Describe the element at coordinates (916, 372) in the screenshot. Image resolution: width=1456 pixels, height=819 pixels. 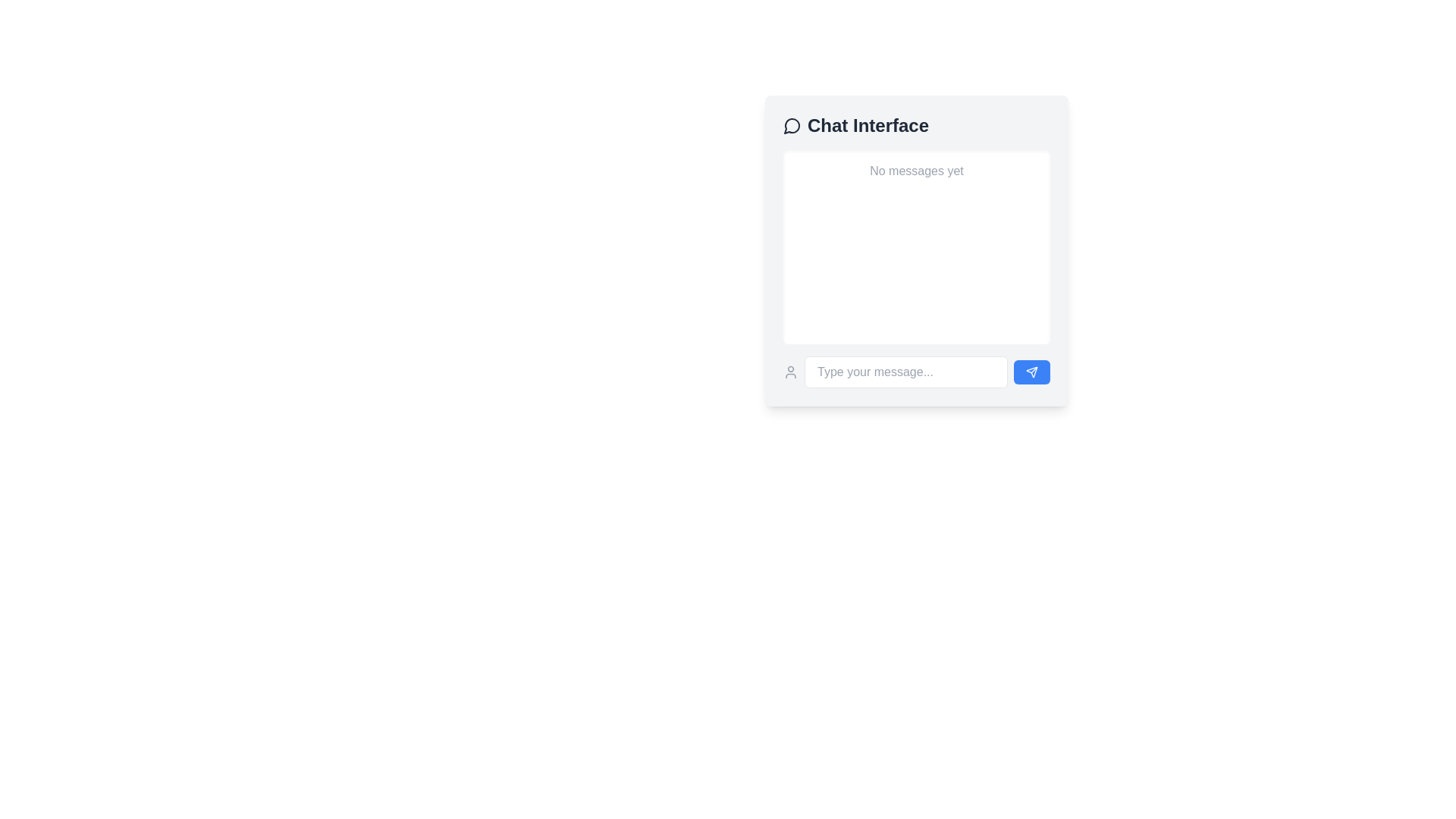
I see `the input box in the Input and Button Group at the bottom of the chat interface to focus and type a message` at that location.